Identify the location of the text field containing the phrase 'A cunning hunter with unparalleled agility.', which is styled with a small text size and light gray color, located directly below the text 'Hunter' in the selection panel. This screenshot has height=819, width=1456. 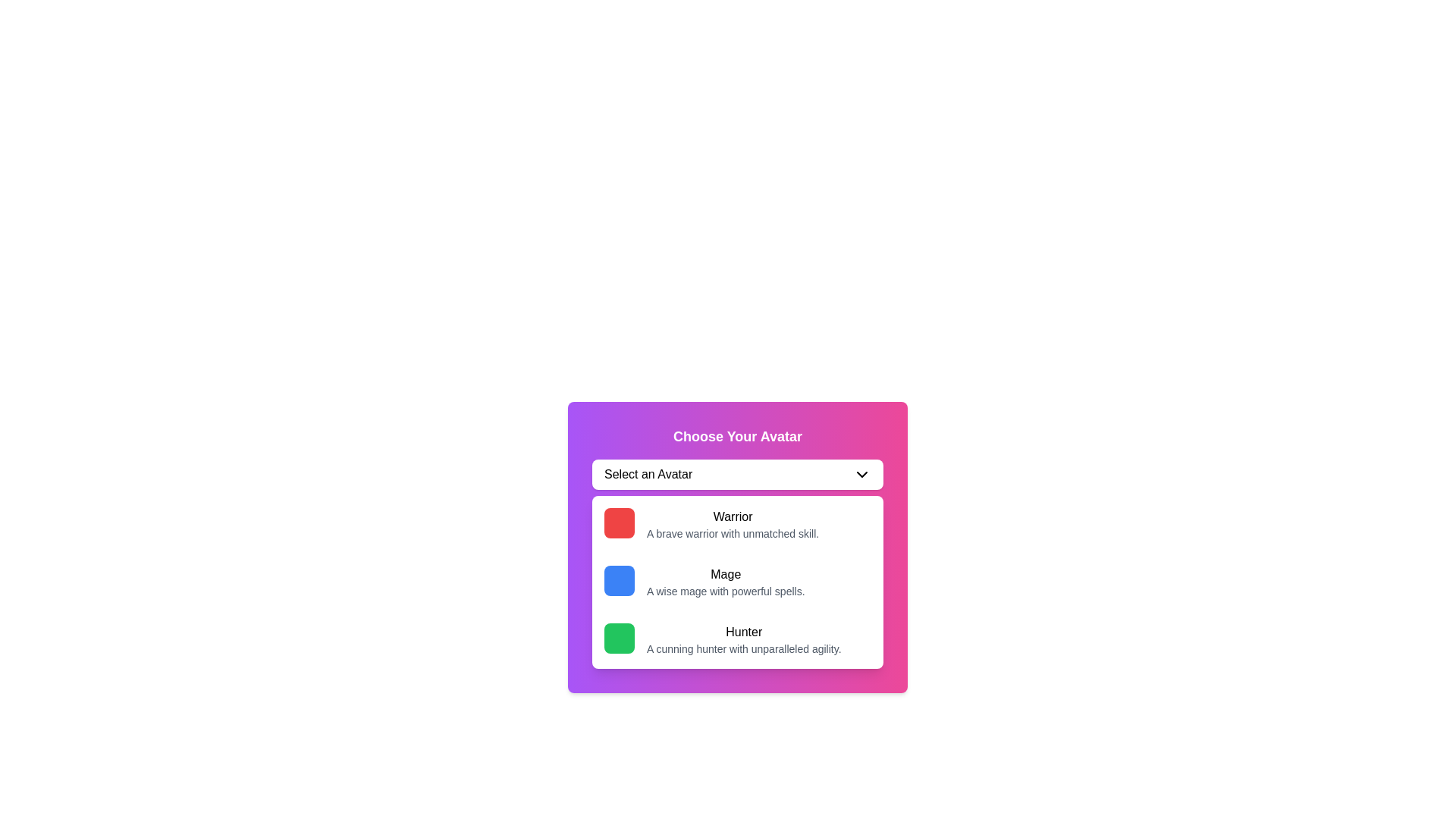
(744, 648).